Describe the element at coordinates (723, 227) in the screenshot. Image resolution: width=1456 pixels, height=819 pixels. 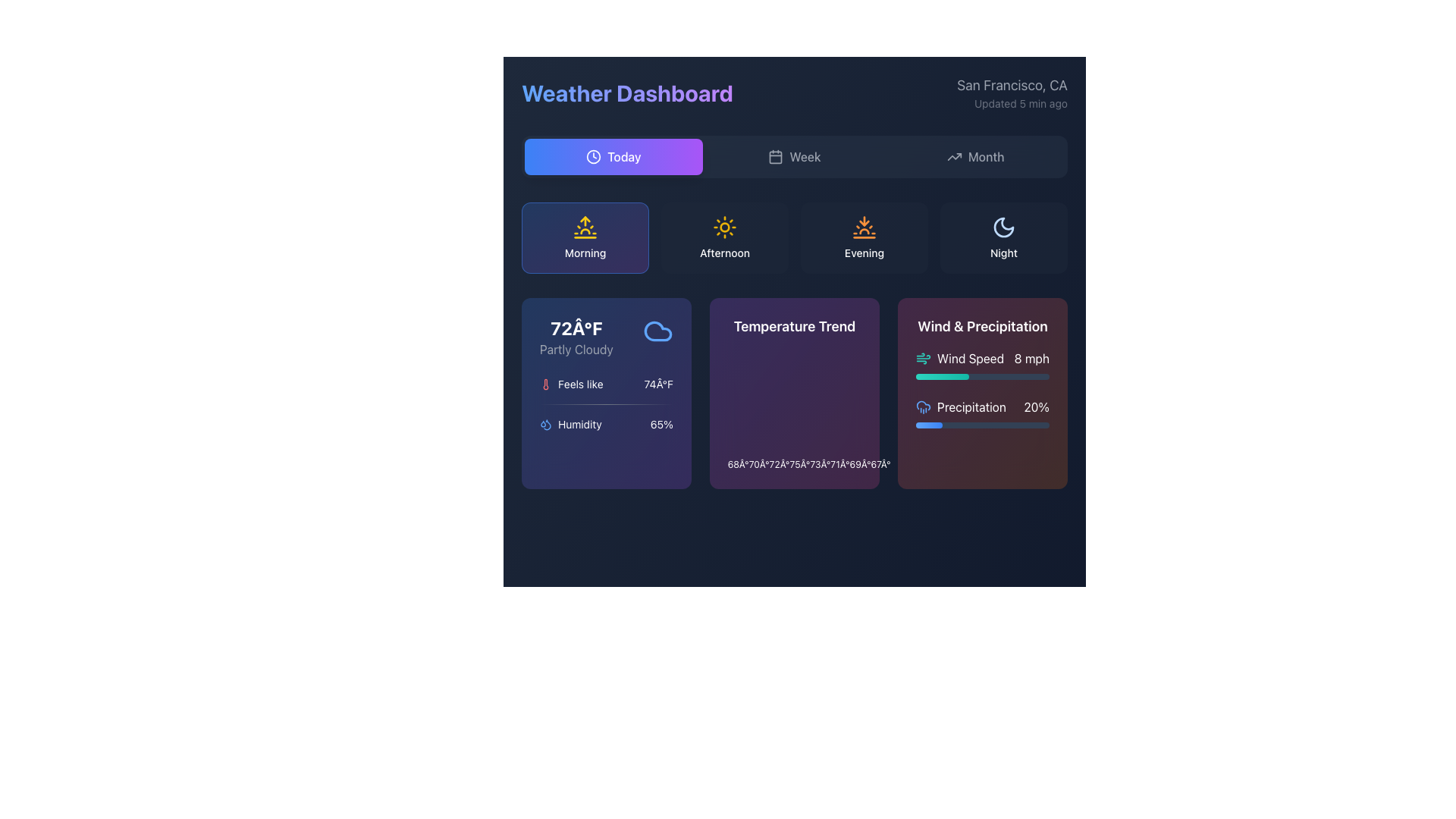
I see `the afternoon weather icon, which is the primary visual in the 'Afternoon' section of the weather dashboard, positioned between 'Morning' and 'Evening'` at that location.